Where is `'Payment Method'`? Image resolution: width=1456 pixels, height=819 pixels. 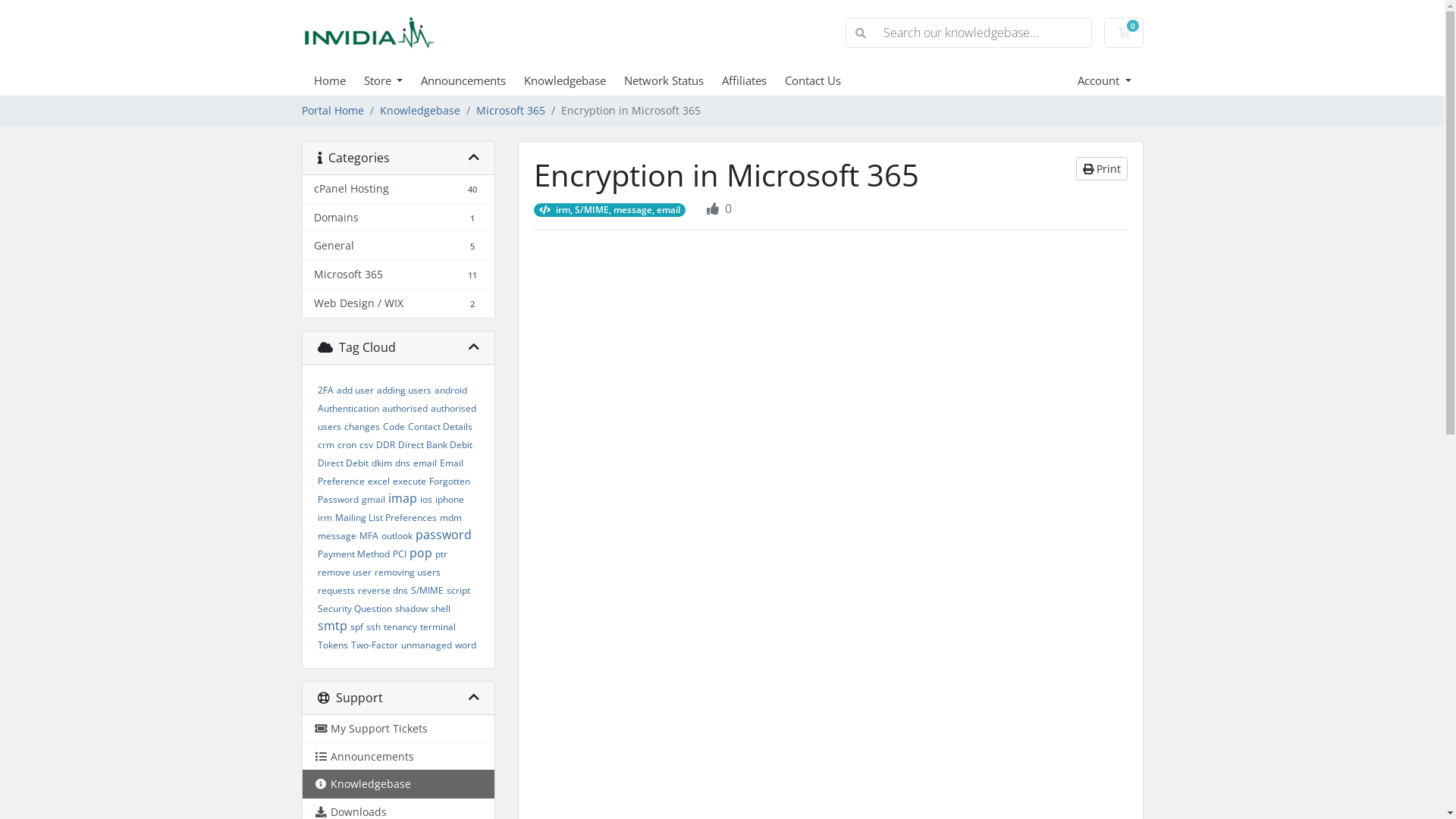
'Payment Method' is located at coordinates (315, 554).